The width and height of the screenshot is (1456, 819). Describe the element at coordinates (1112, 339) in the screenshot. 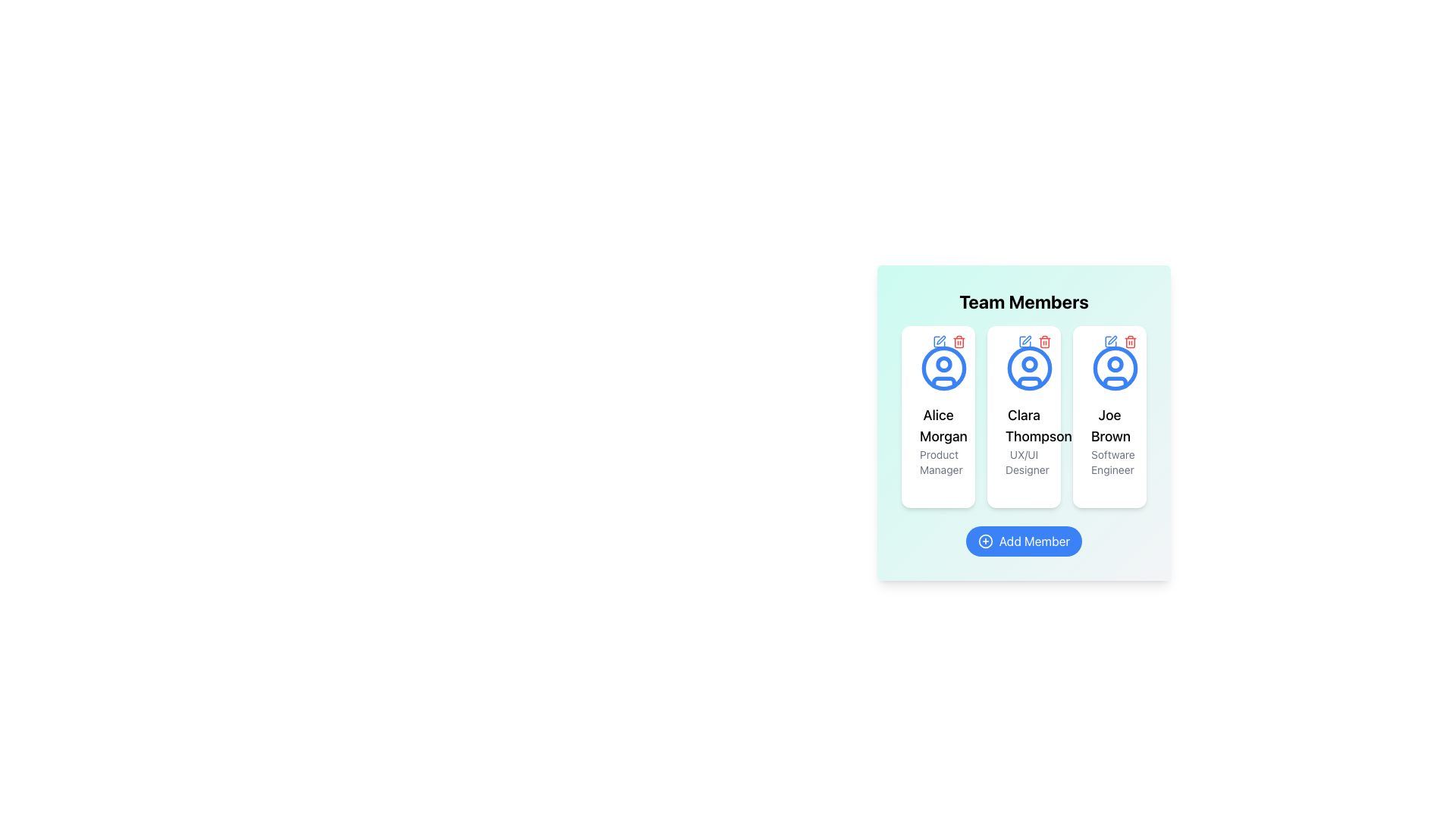

I see `the edit button (pen icon) located at the top-right of the user information card to initiate editing the user information` at that location.